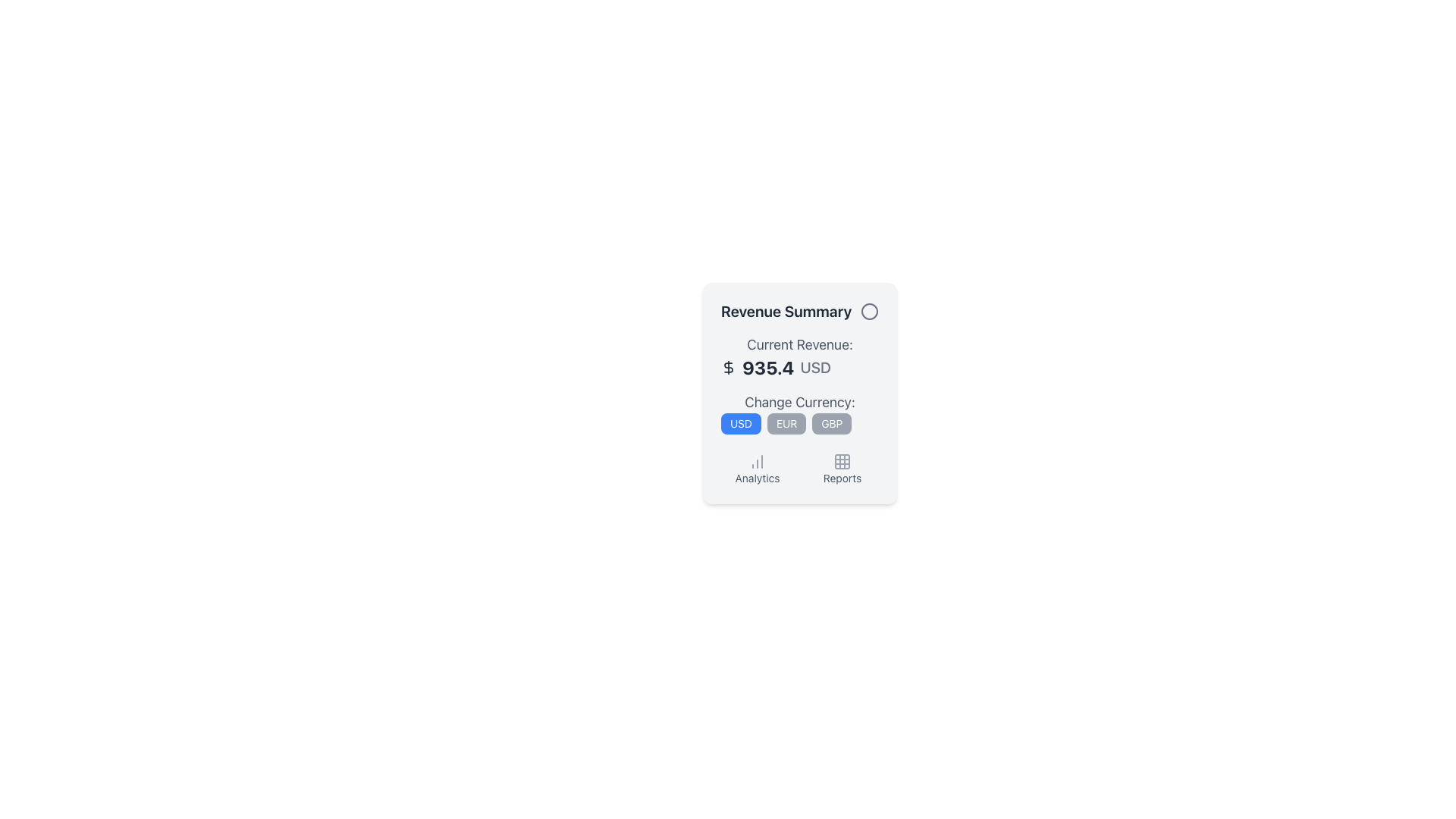  What do you see at coordinates (841, 468) in the screenshot?
I see `the 'Reports' button located in the bottom-right part of the layout, featuring a grid icon and the text 'Reports' below it` at bounding box center [841, 468].